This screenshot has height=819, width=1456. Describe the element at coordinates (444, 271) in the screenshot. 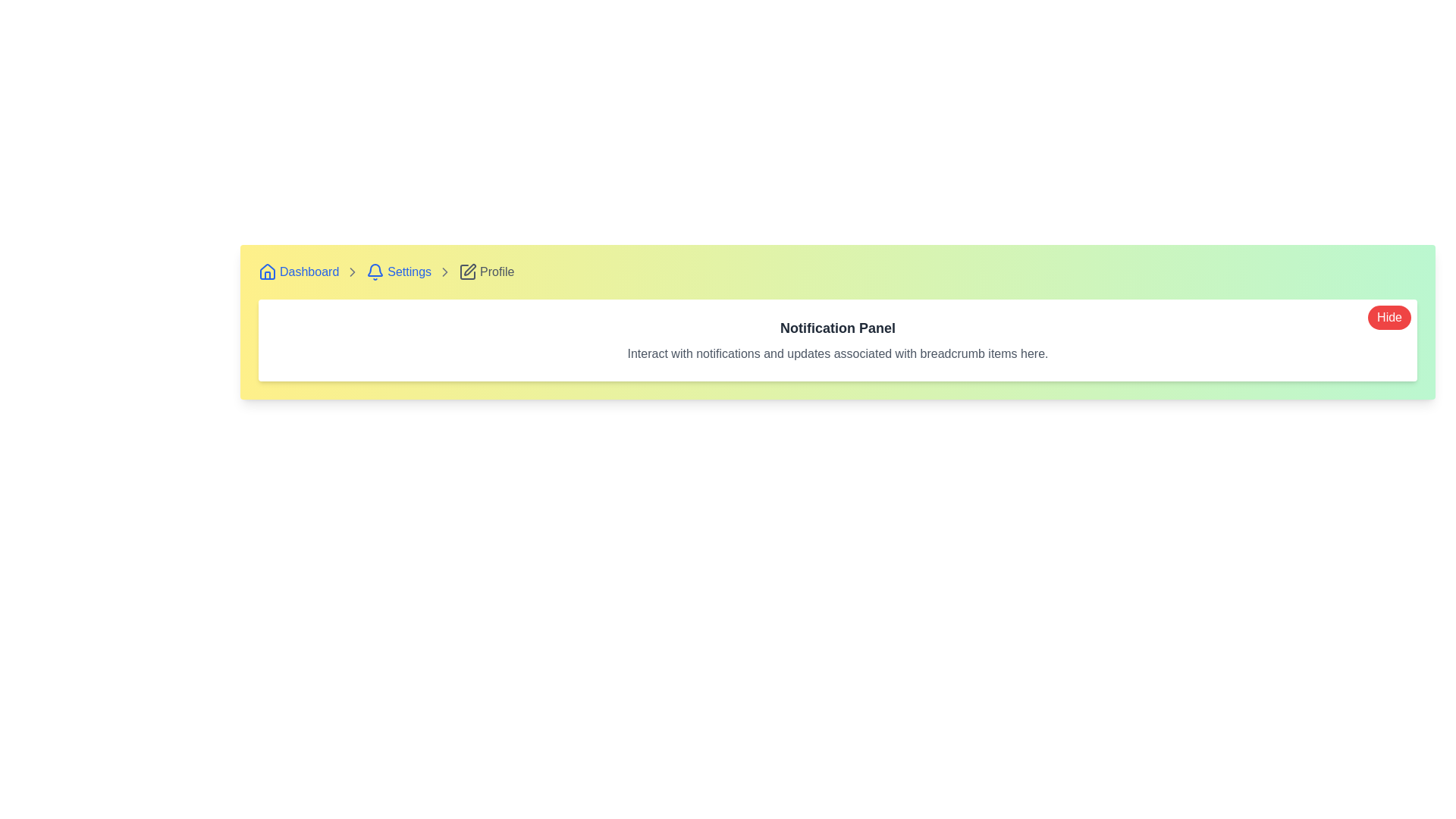

I see `the gray right-pointing chevron icon located between 'Settings' and 'Profile' in the breadcrumb navigation bar at the top-right of the page` at that location.